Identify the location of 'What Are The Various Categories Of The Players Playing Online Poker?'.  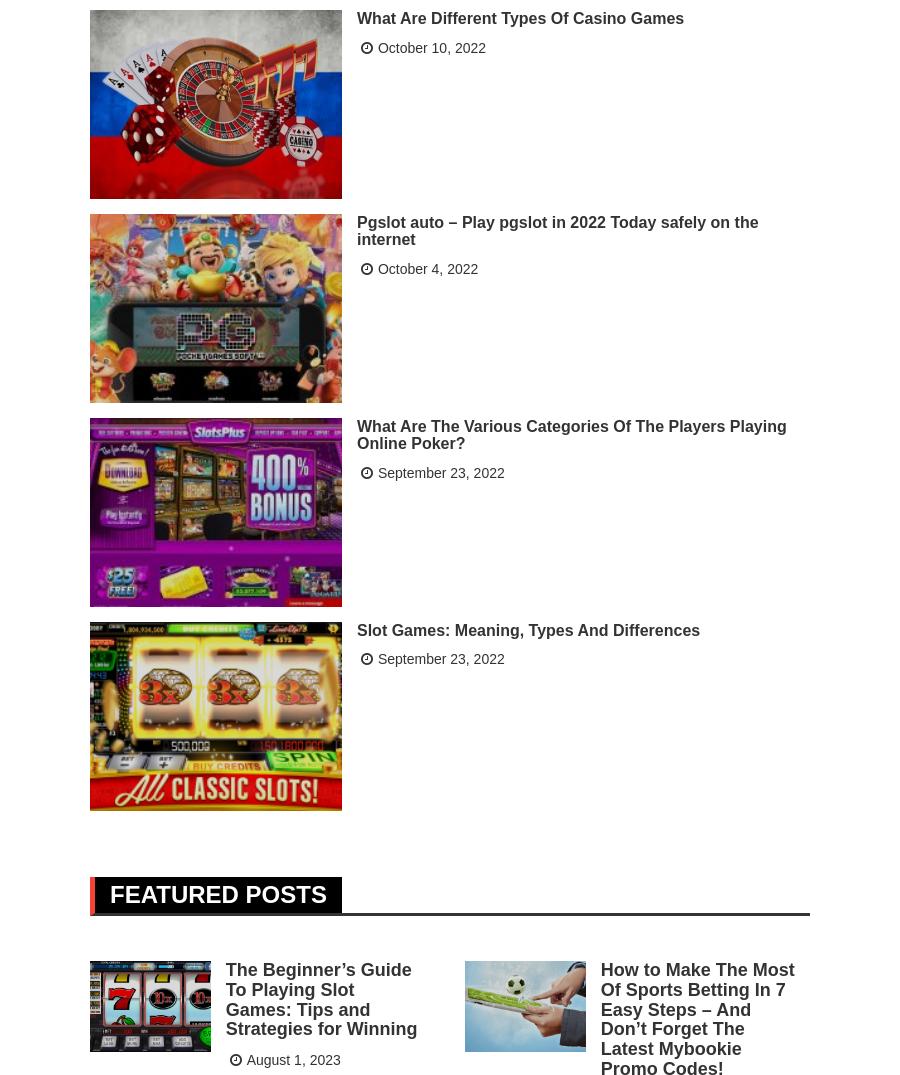
(571, 432).